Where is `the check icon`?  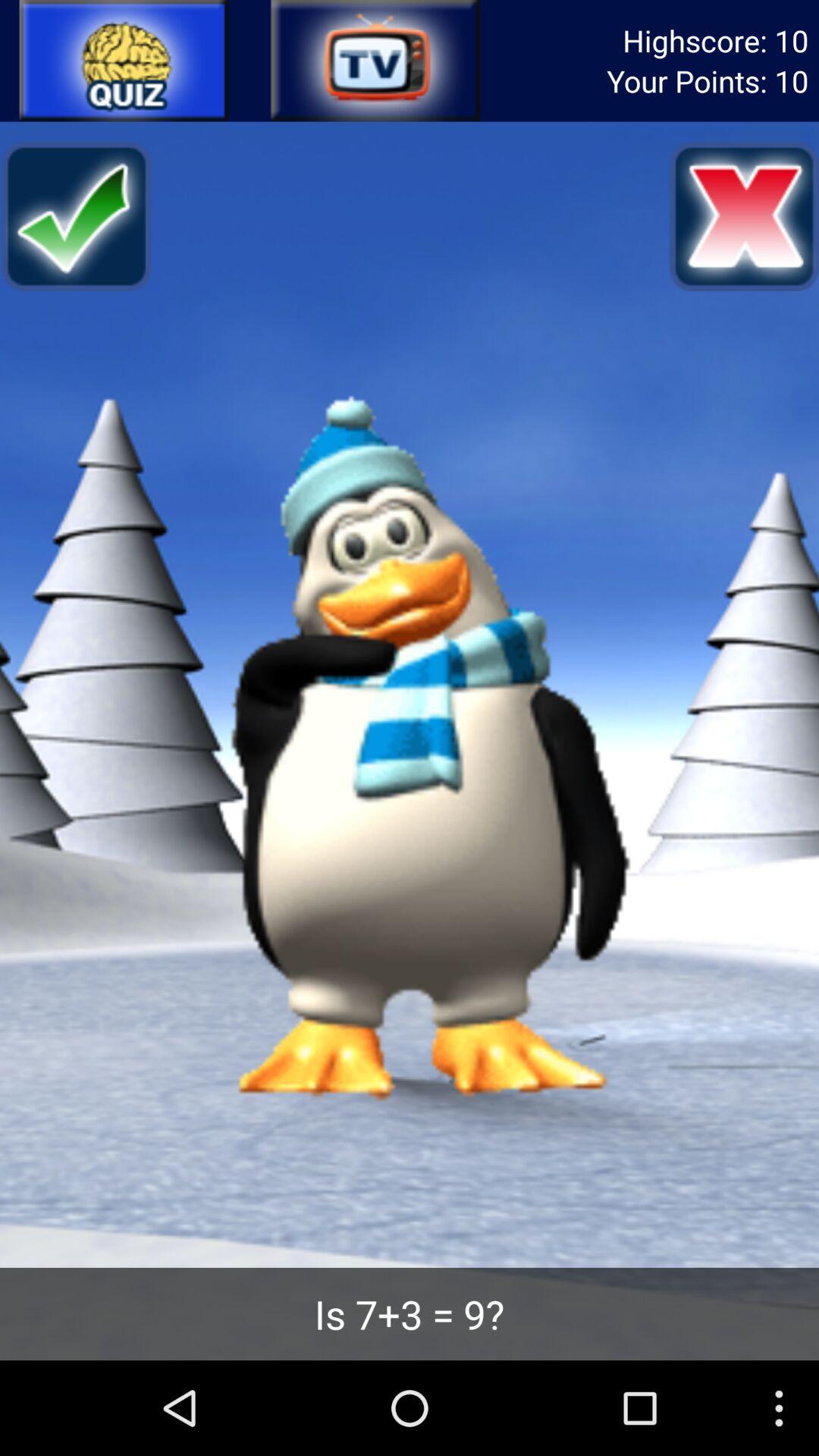
the check icon is located at coordinates (75, 231).